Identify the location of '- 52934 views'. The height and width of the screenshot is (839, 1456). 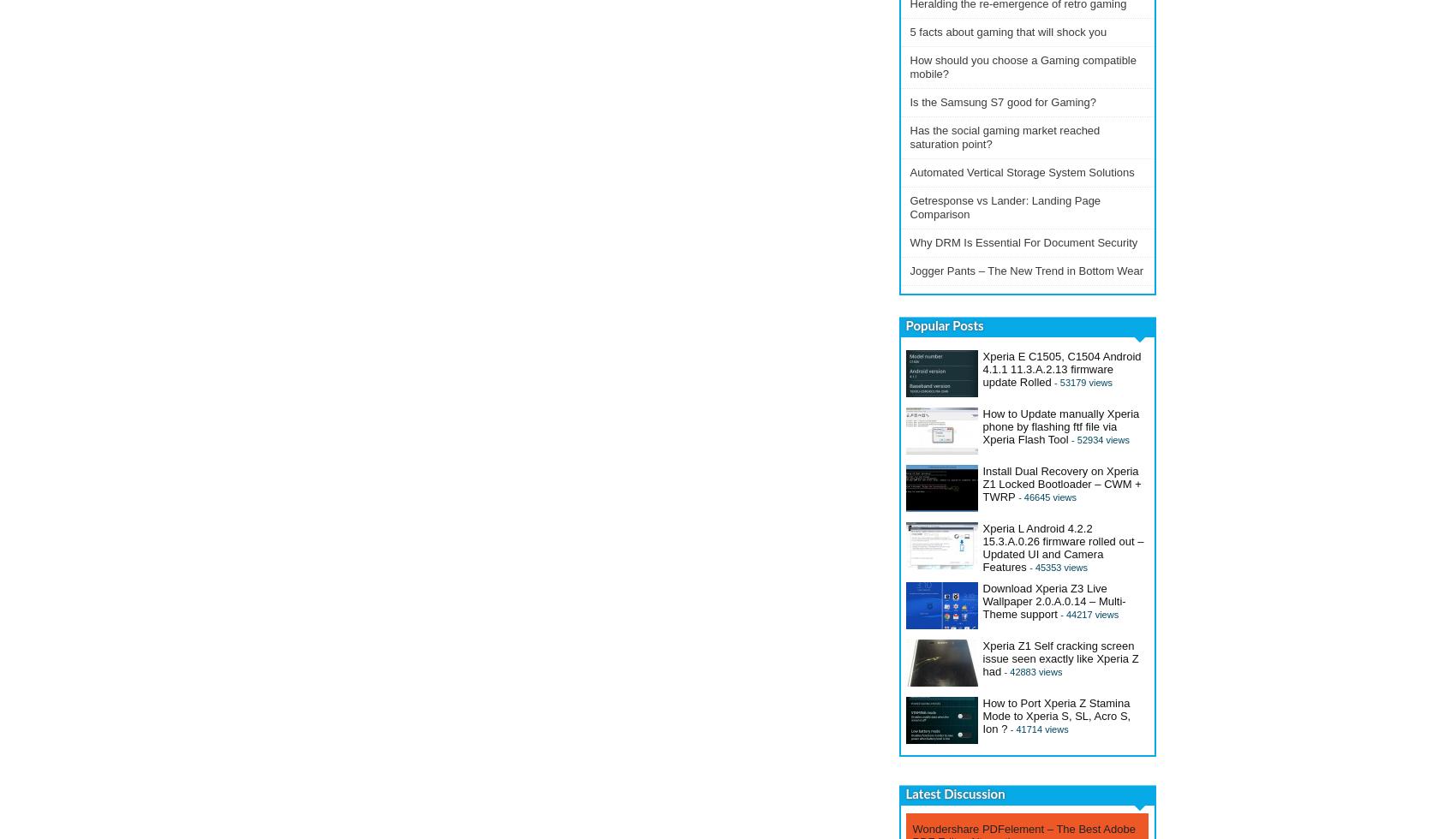
(1100, 440).